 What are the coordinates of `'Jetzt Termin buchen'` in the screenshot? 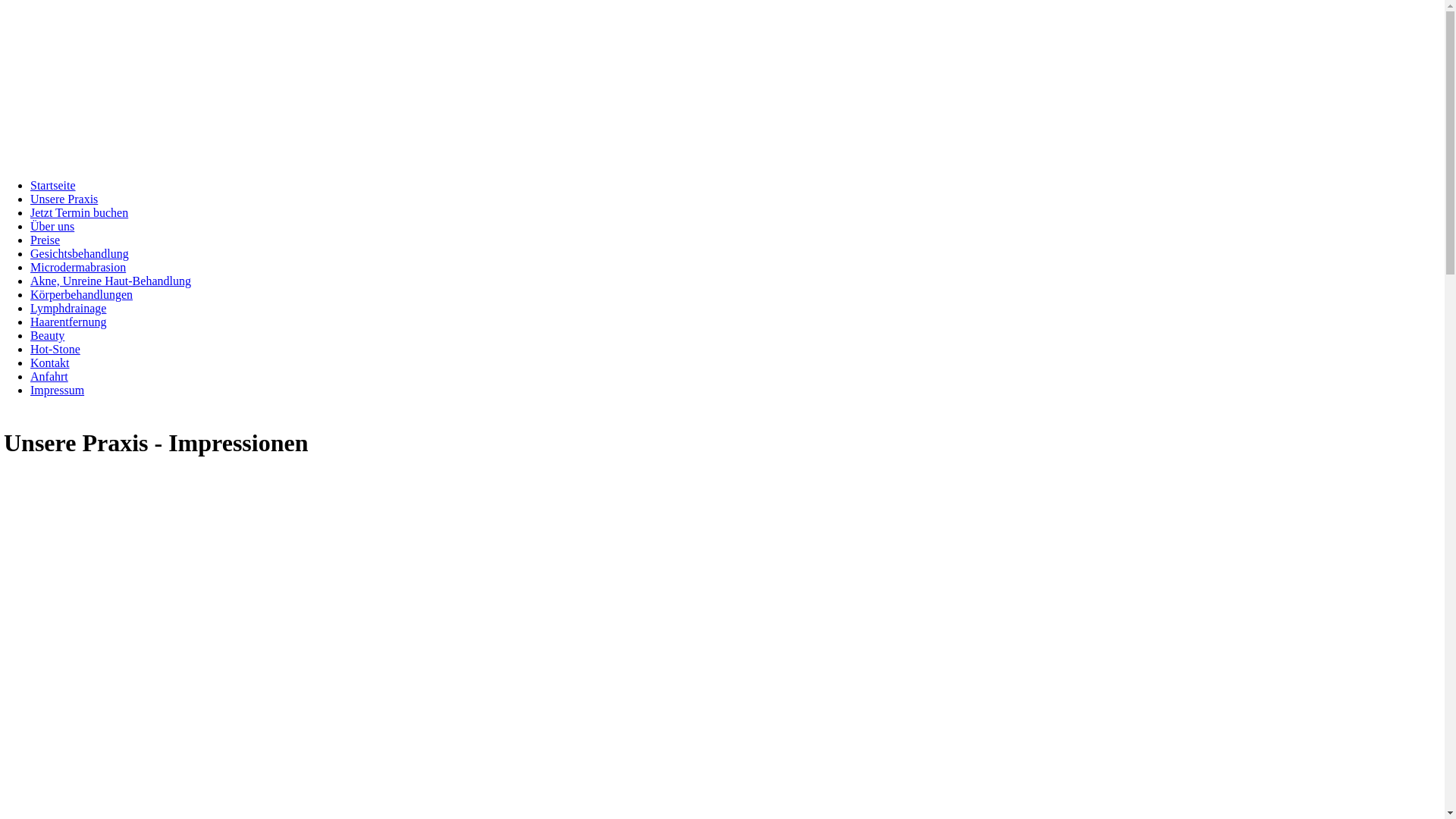 It's located at (78, 212).